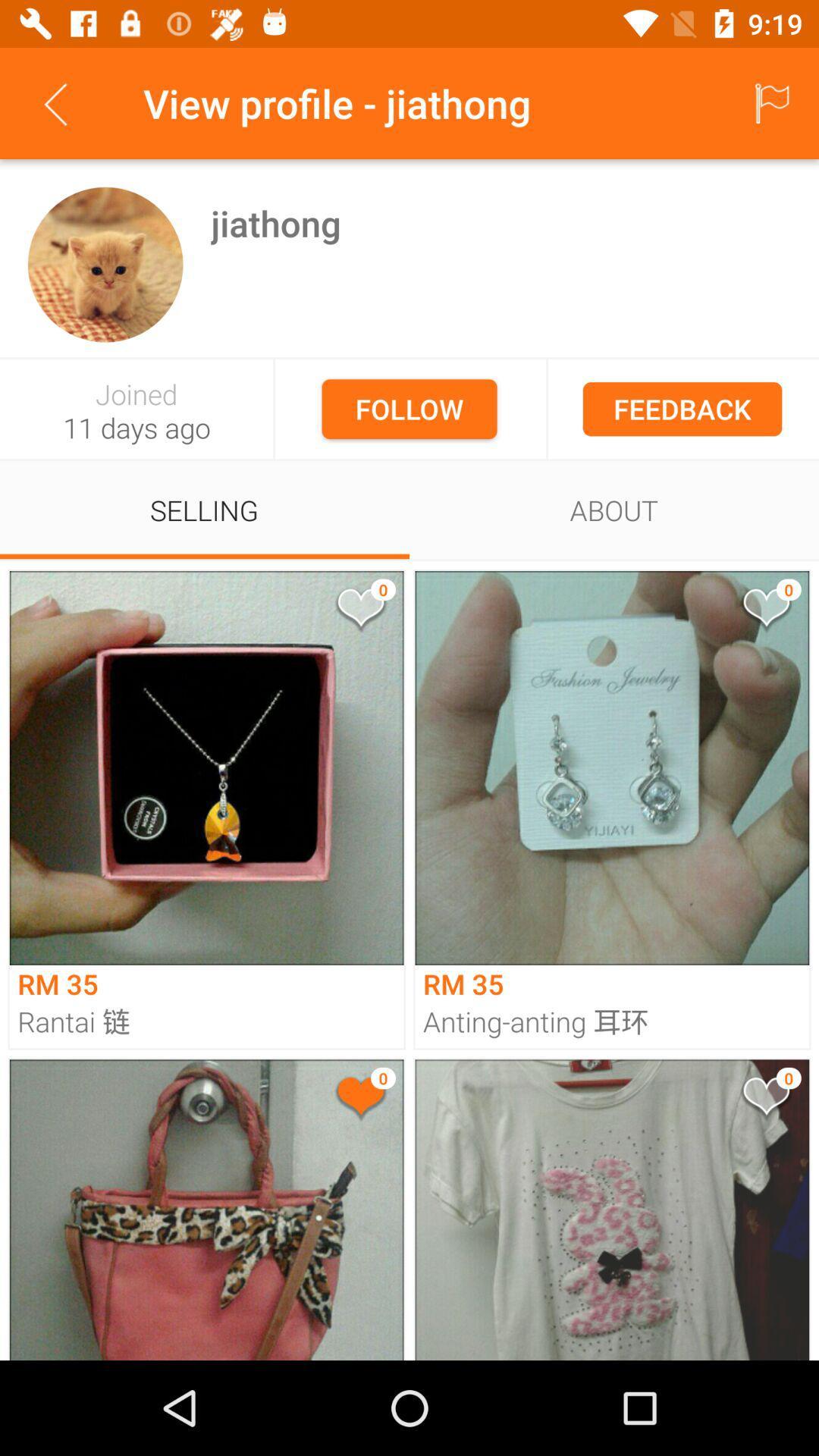  I want to click on icon next to the jiathong icon, so click(105, 265).